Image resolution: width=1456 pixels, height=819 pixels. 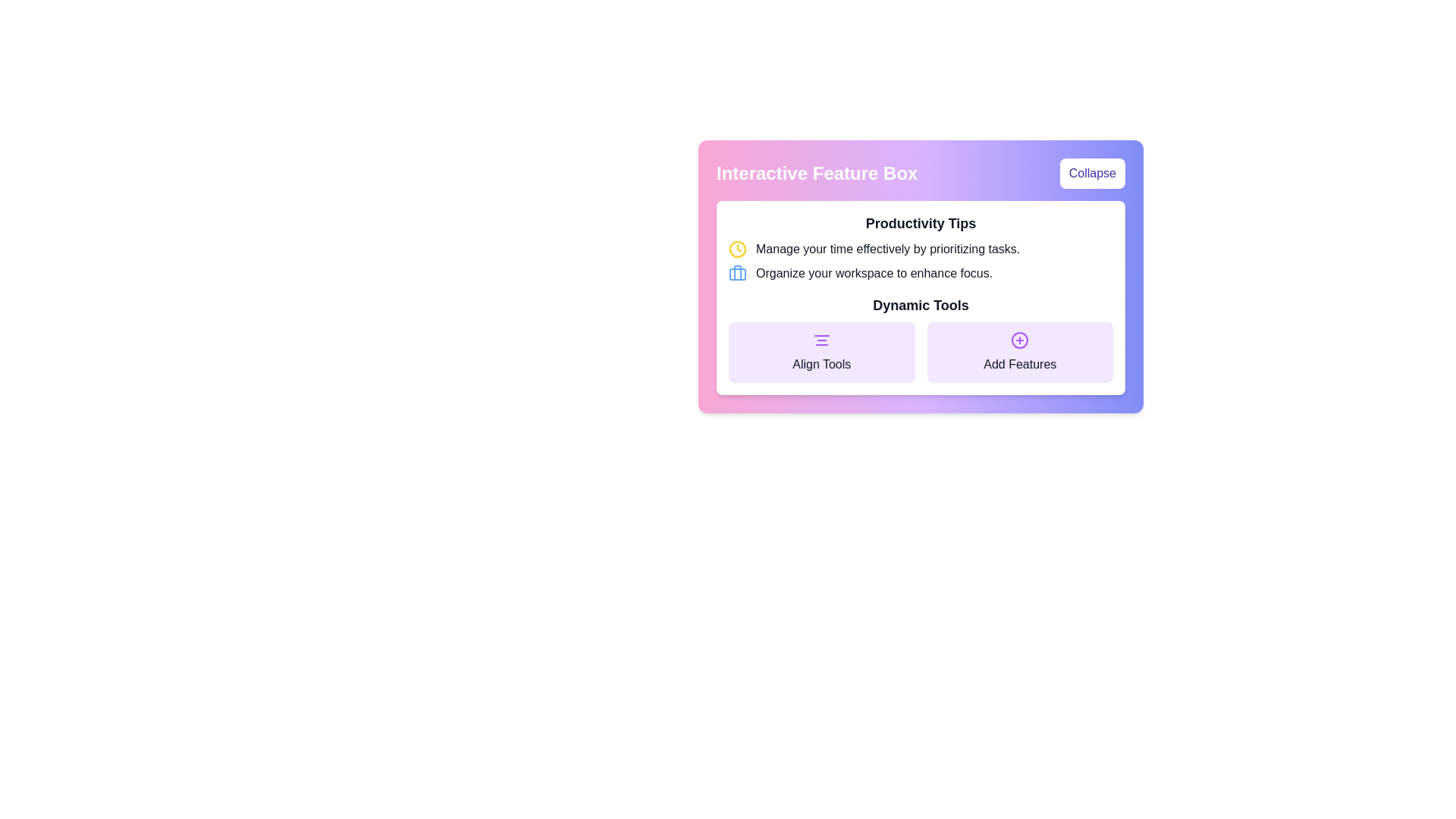 What do you see at coordinates (1092, 172) in the screenshot?
I see `the collapse button located at the top-right corner of the purple-pink gradient box beside the text 'Interactive Feature Box'` at bounding box center [1092, 172].